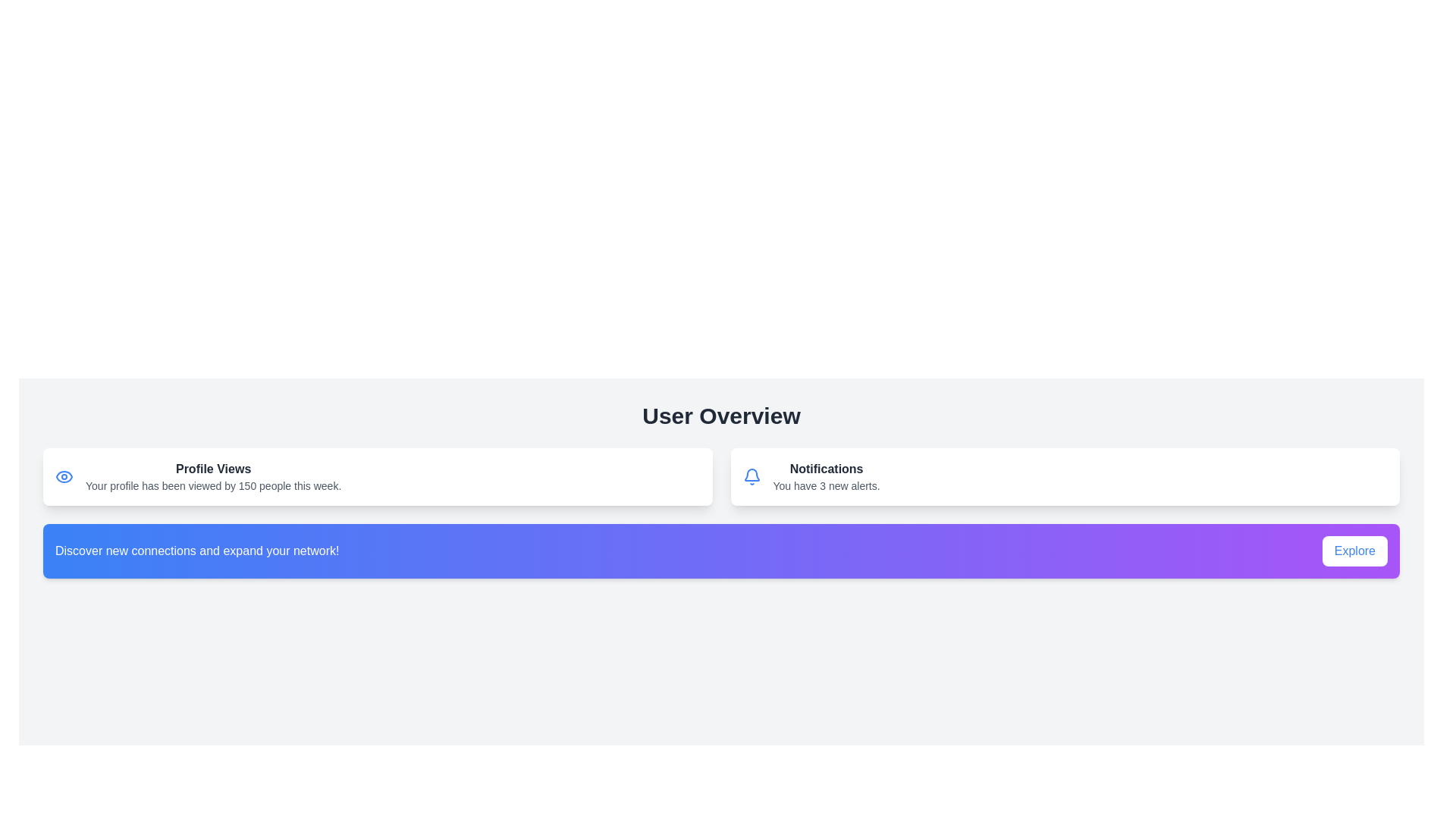  I want to click on text from the Text Label located at the top of the second card on the right beneath the 'User Overview' header, which provides contextual information about notifications, so click(825, 468).